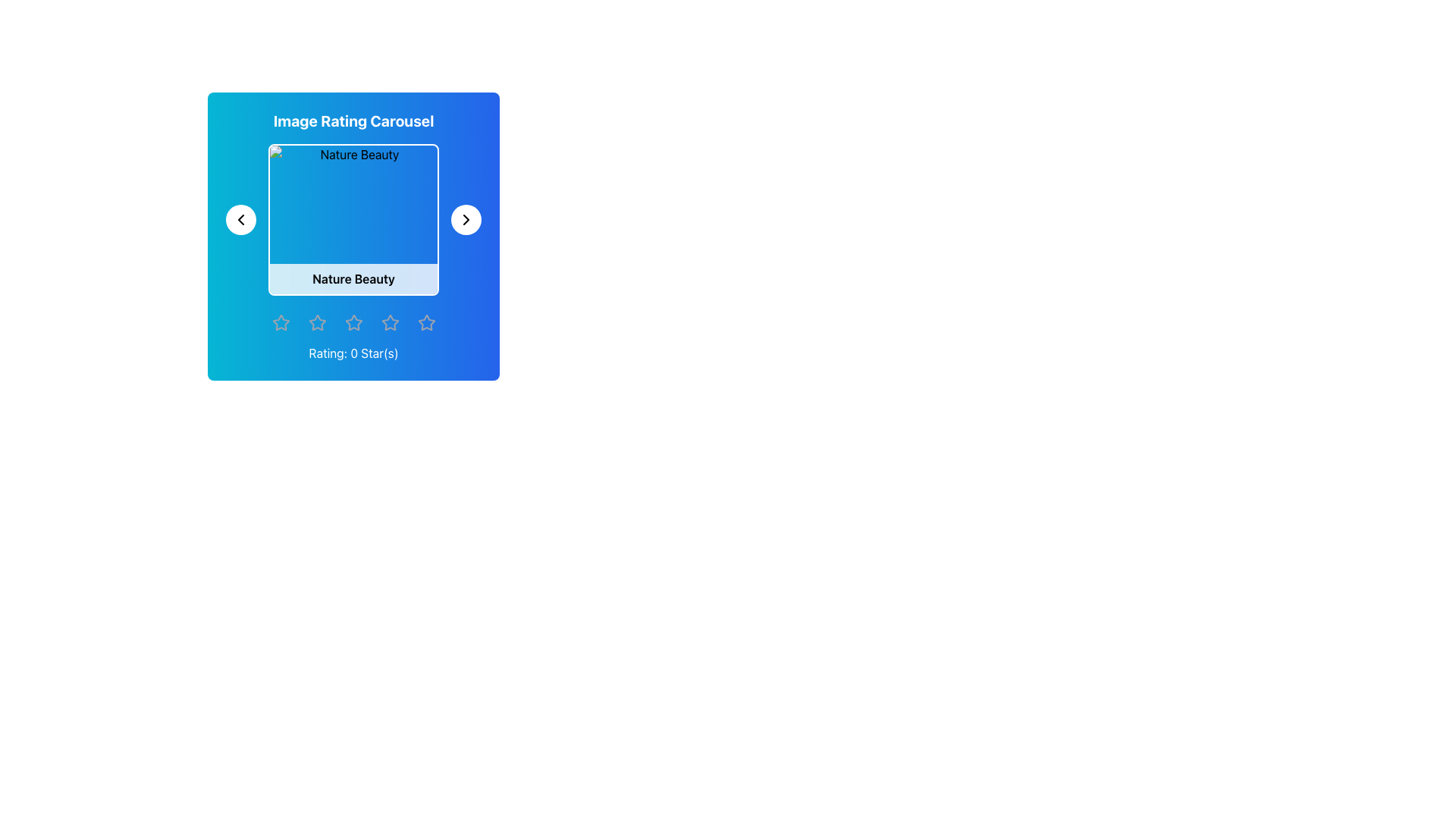 This screenshot has width=1456, height=819. I want to click on the first star icon in the horizontal star rating component located beneath the 'Rating: 0 Star(s)' label for additional interaction, so click(280, 321).